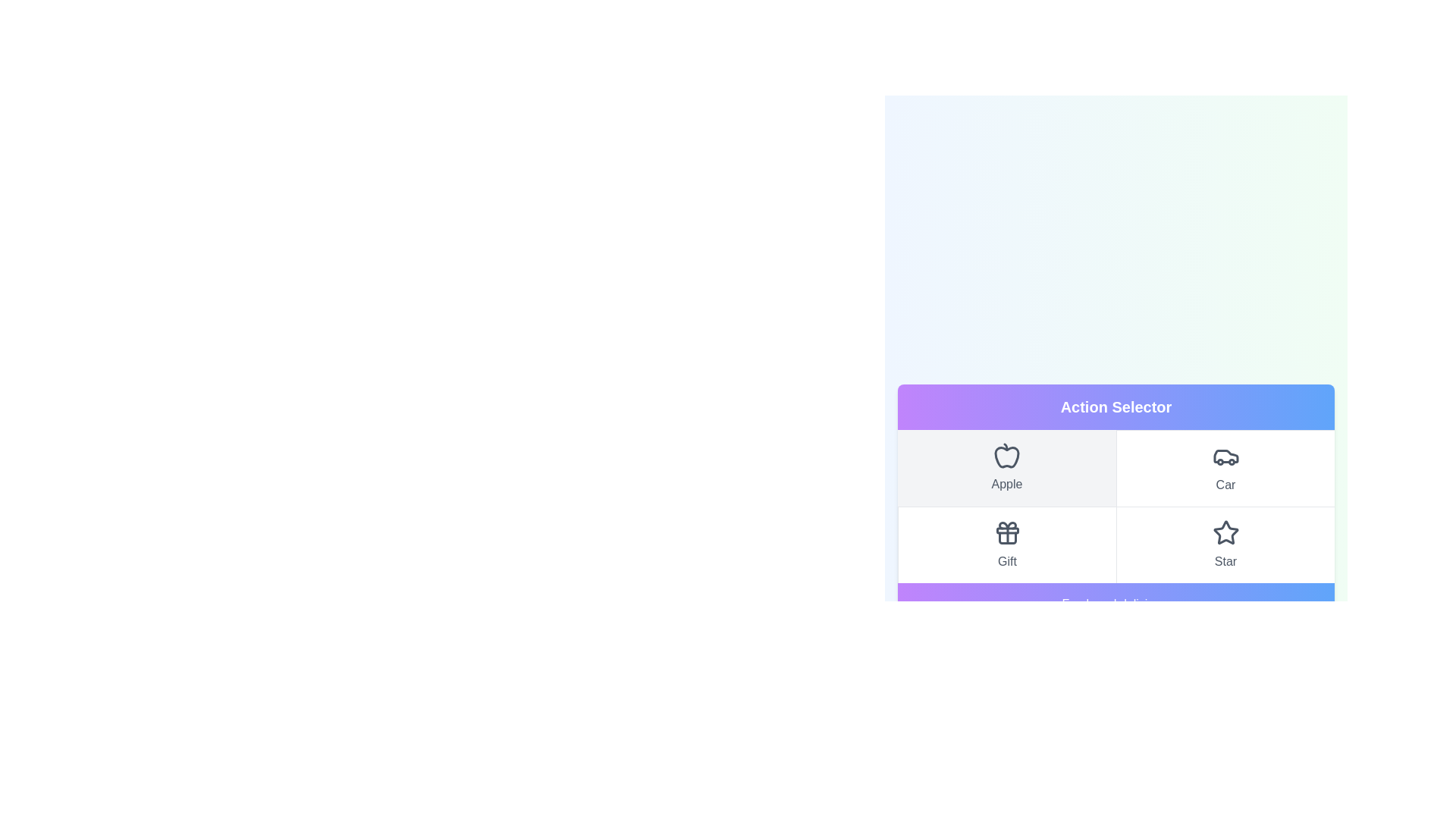 This screenshot has width=1456, height=819. Describe the element at coordinates (1007, 467) in the screenshot. I see `the button labeled 'Apple' in the top-left cell of the 'Action Selector' grid` at that location.